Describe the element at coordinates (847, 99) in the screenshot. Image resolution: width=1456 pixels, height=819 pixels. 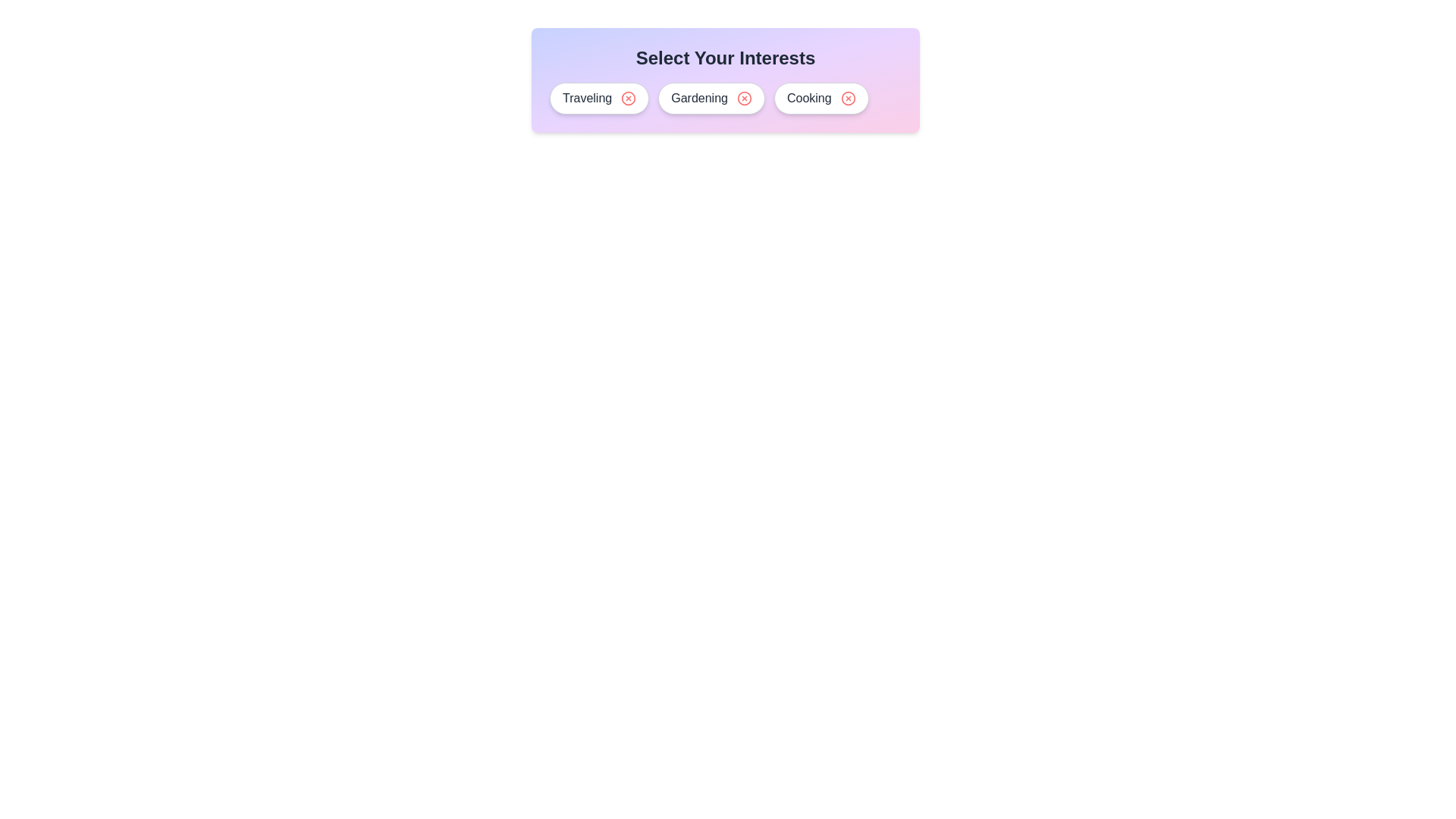
I see `the delete button for the interest labeled Cooking` at that location.